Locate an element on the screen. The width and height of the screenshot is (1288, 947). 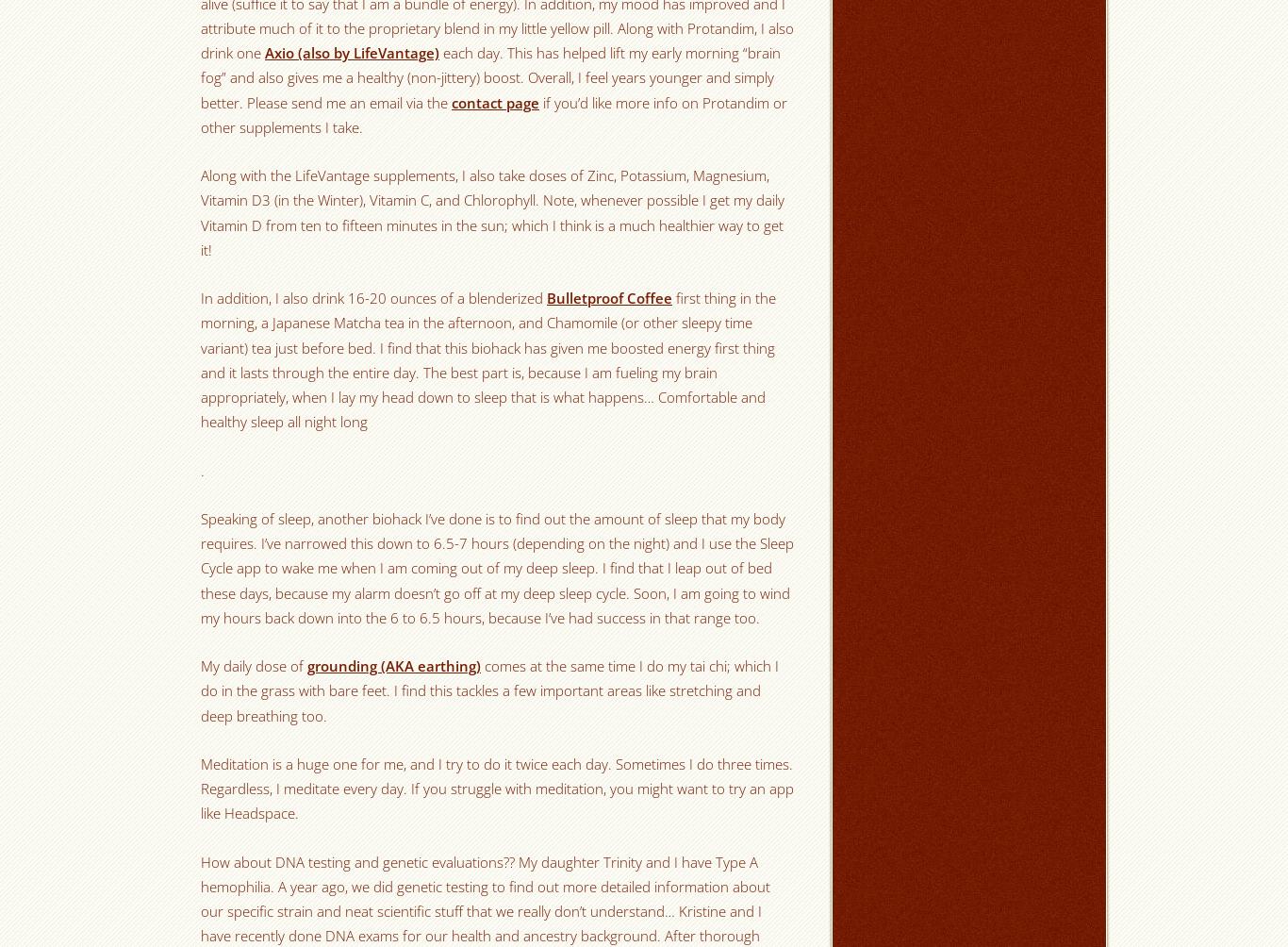
'Speaking of sleep, another biohack I’ve done is to find out the amount of sleep that my body requires. I’ve narrowed this down to 6.5-7 hours (depending on the night) and I use the Sleep Cycle app to wake me when I am coming out of my deep sleep. I find that I leap out of bed these days, because my alarm doesn’t go off at my deep sleep cycle. Soon, I am going to wind my hours back down into the 6 to 6.5 hours, because I’ve had success in that range too.' is located at coordinates (497, 567).